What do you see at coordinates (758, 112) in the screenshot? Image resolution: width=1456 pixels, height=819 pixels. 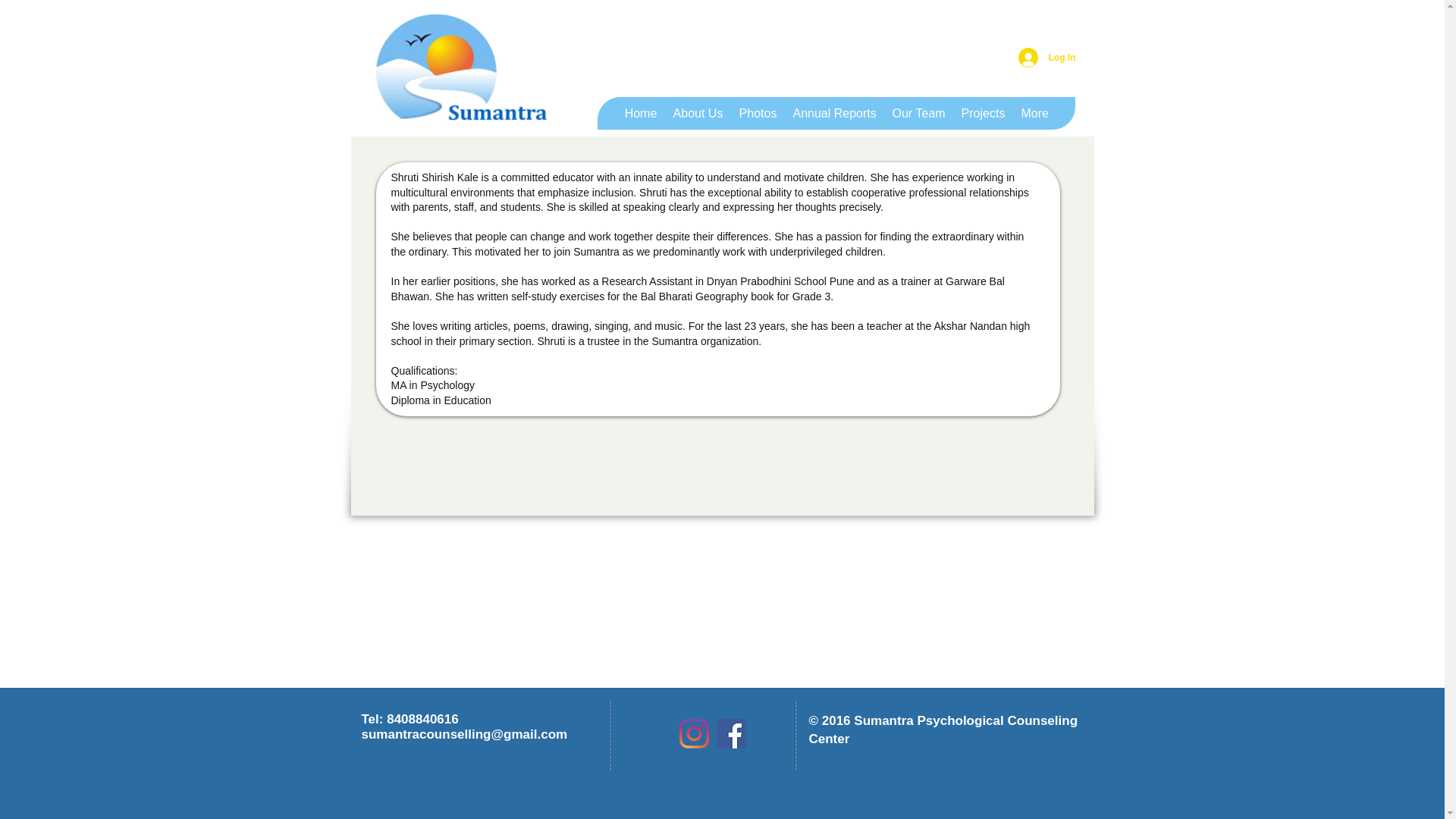 I see `'Photos'` at bounding box center [758, 112].